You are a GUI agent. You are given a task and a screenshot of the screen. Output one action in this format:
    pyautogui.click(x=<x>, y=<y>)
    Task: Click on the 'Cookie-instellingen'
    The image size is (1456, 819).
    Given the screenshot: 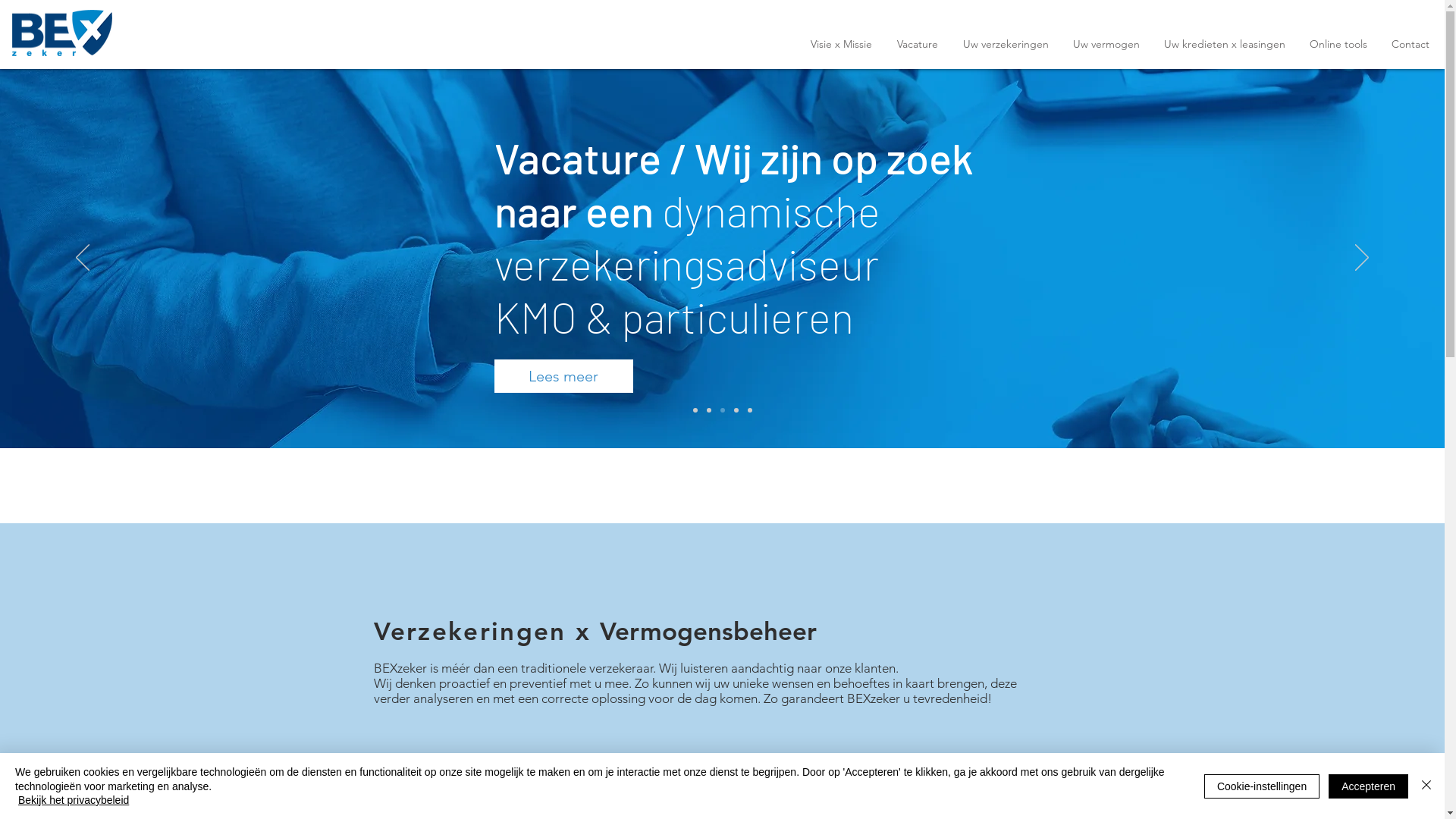 What is the action you would take?
    pyautogui.click(x=1262, y=786)
    